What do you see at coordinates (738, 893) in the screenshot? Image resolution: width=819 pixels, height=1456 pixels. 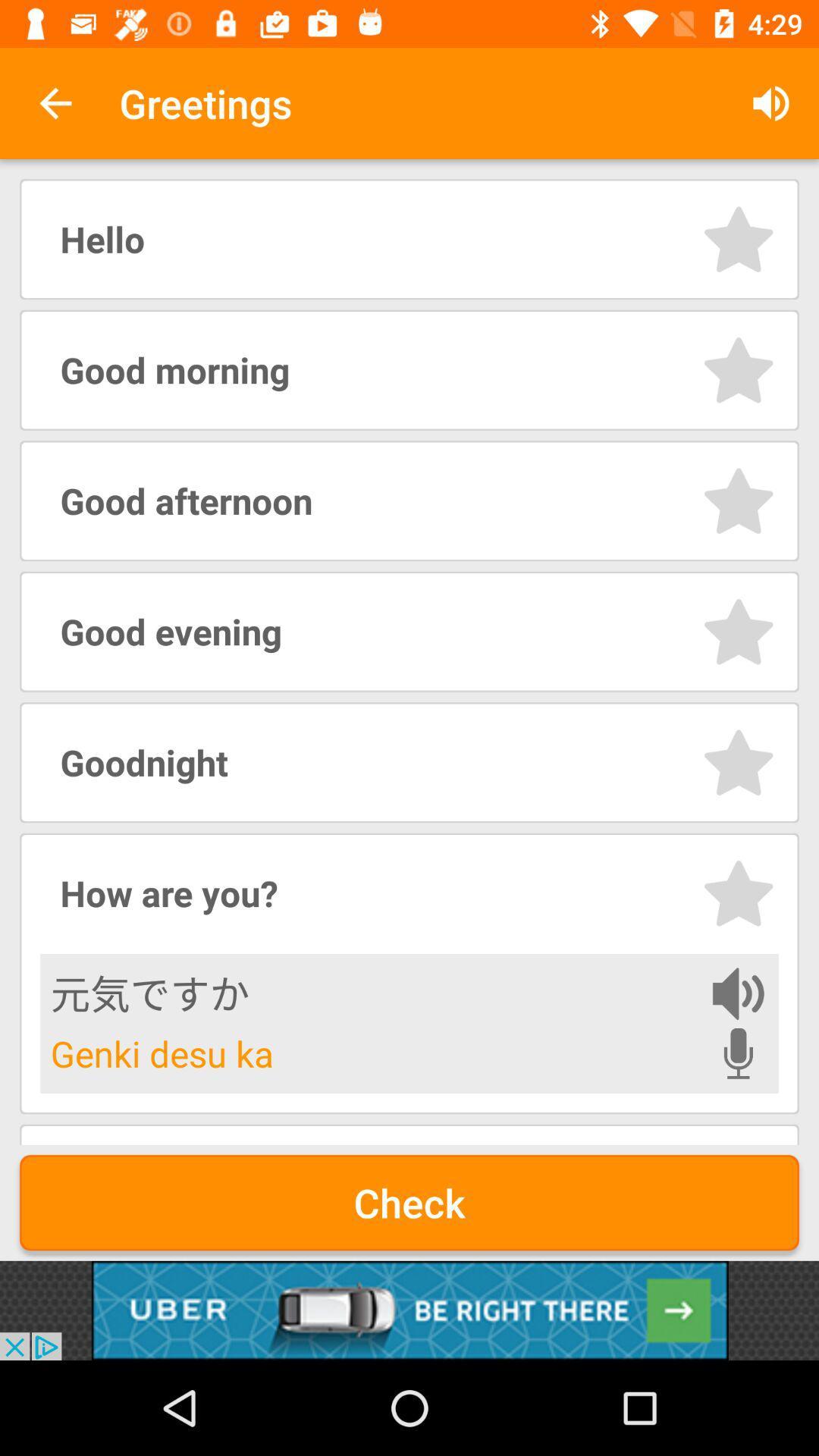 I see `preferred phrase` at bounding box center [738, 893].